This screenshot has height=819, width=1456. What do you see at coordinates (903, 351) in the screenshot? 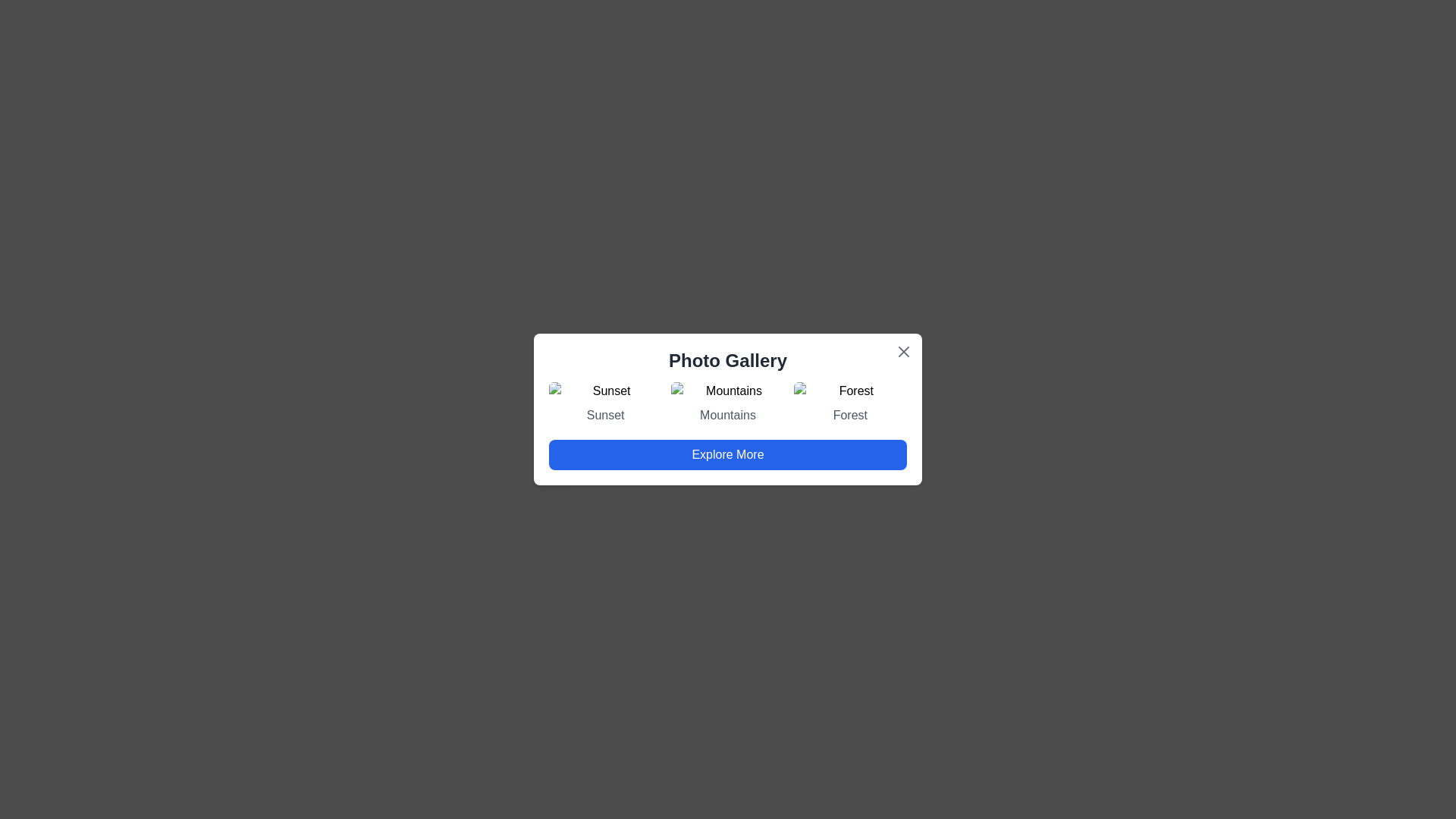
I see `the close button to close the gallery` at bounding box center [903, 351].